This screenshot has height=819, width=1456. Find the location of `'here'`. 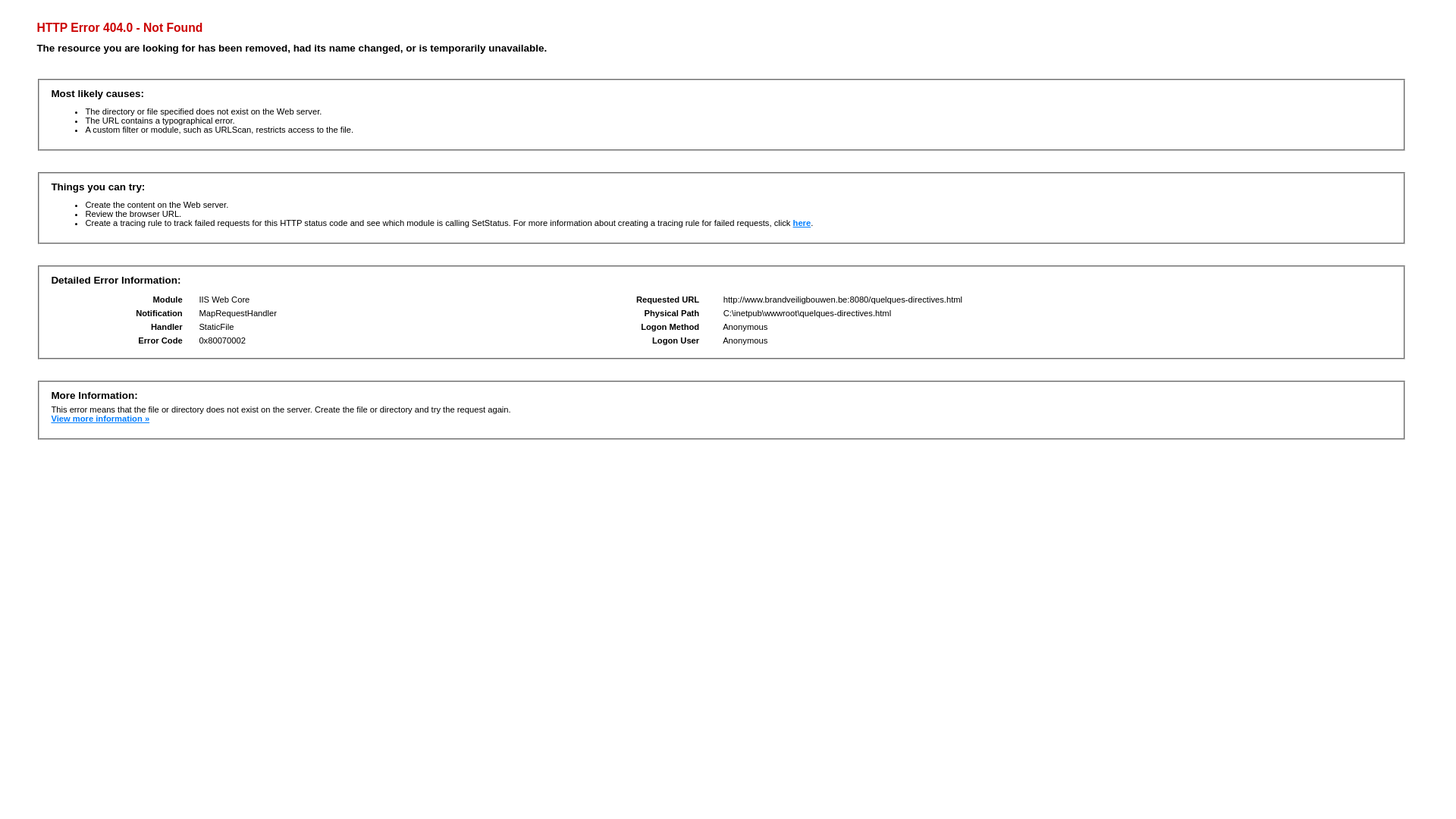

'here' is located at coordinates (801, 222).